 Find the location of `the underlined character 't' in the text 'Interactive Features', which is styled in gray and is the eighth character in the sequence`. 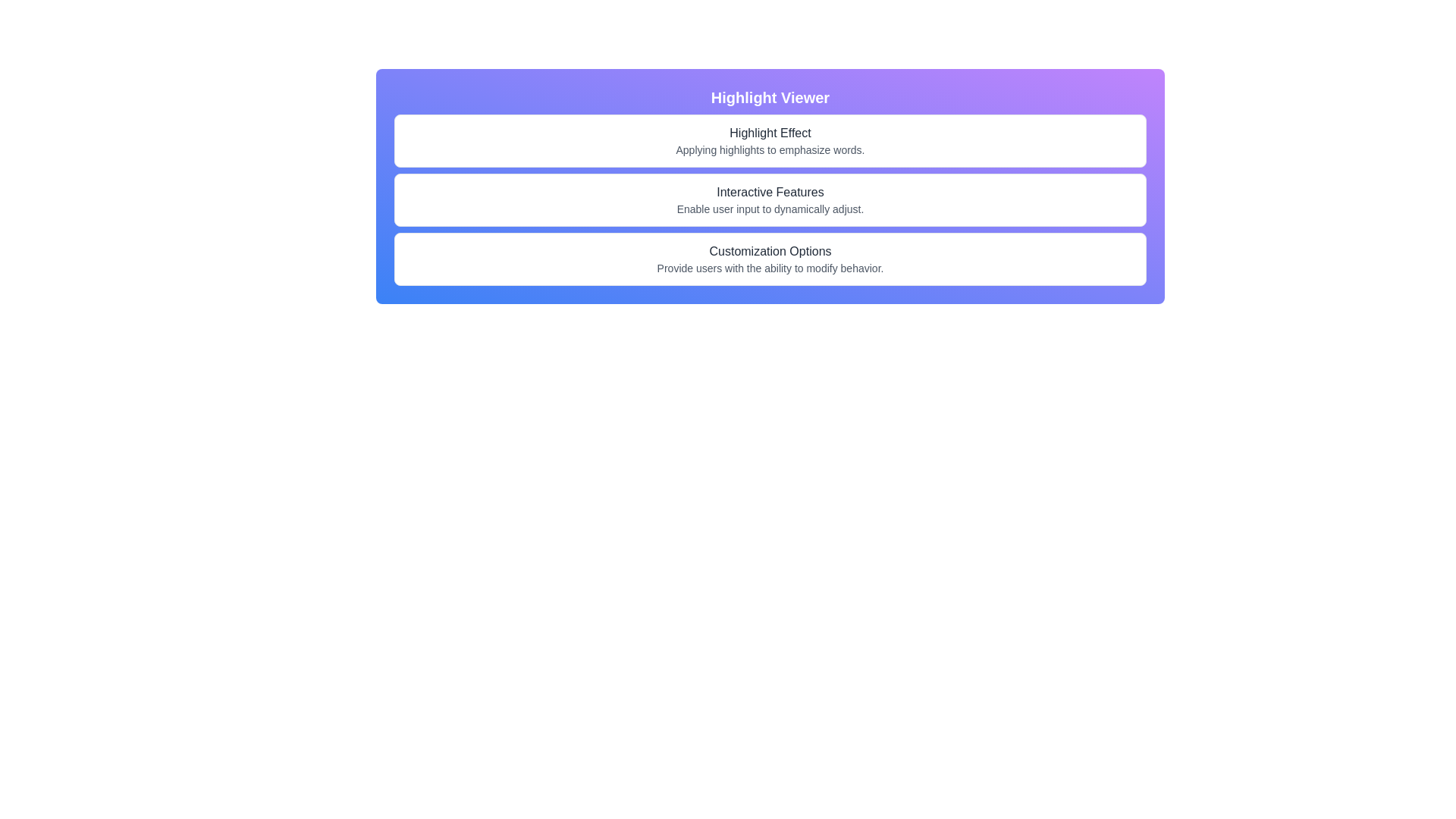

the underlined character 't' in the text 'Interactive Features', which is styled in gray and is the eighth character in the sequence is located at coordinates (755, 191).